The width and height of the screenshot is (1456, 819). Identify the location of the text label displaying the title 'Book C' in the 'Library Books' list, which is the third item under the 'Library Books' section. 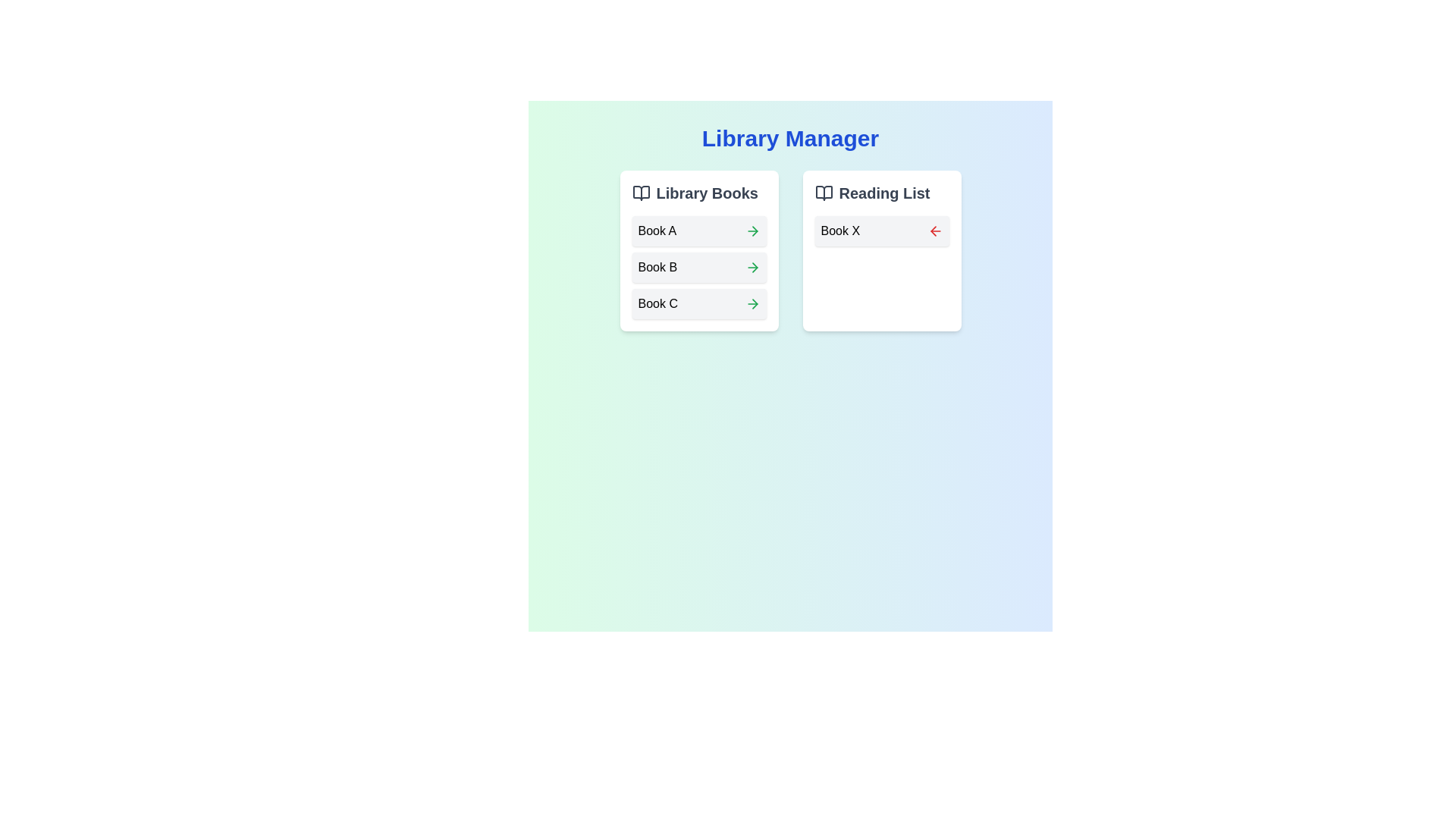
(657, 304).